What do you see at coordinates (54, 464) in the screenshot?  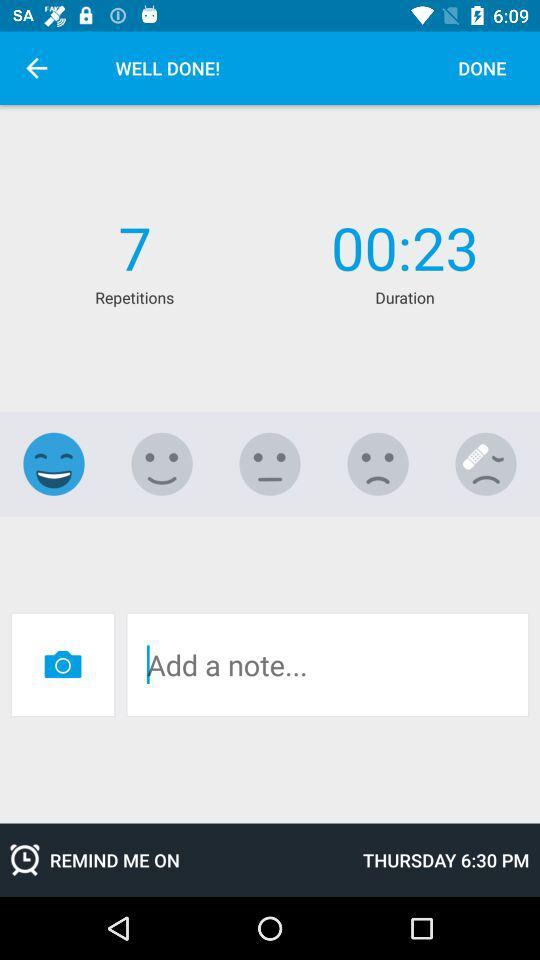 I see `the emoji icon` at bounding box center [54, 464].